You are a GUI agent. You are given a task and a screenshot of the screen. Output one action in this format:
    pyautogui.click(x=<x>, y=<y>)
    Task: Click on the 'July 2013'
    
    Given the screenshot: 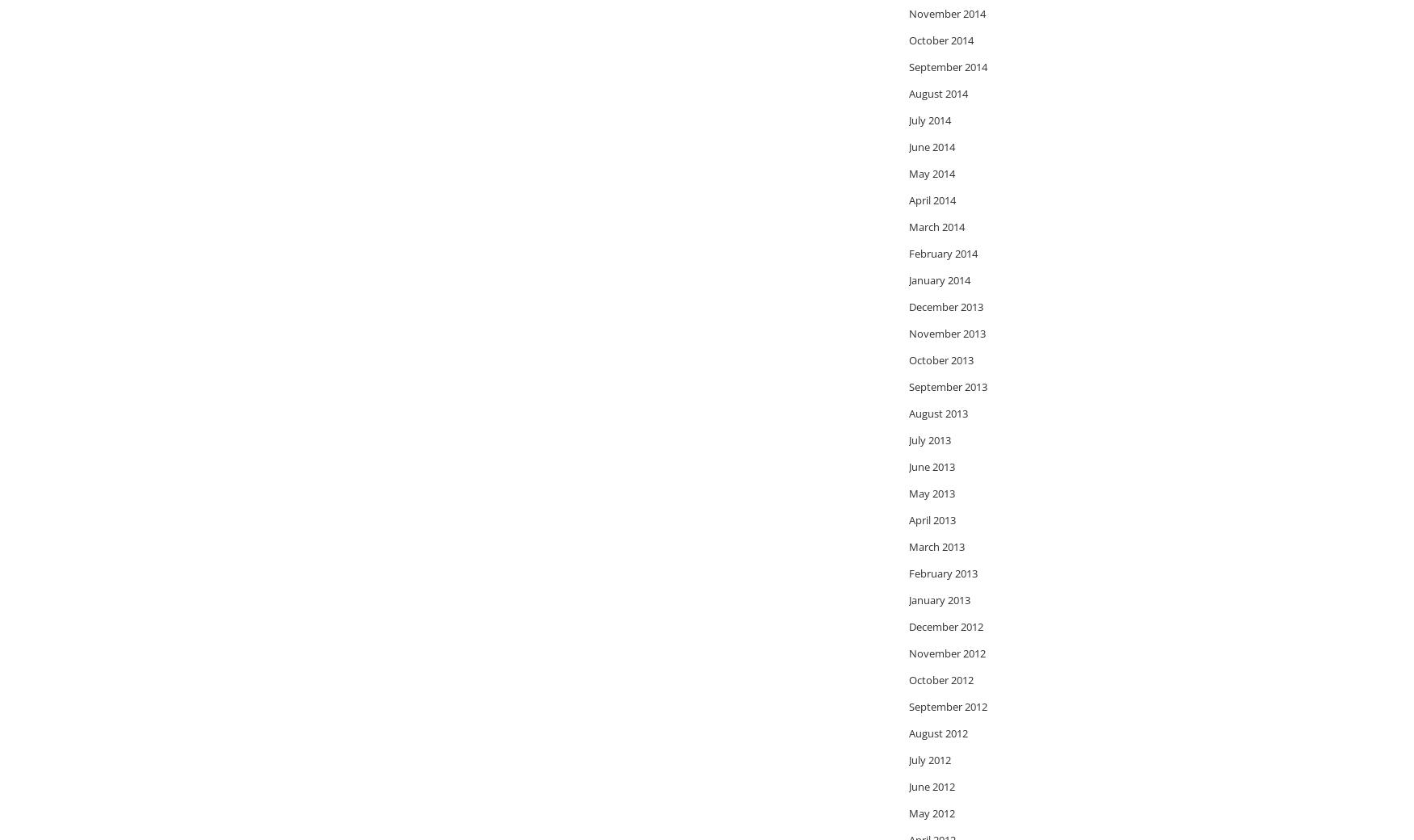 What is the action you would take?
    pyautogui.click(x=928, y=439)
    